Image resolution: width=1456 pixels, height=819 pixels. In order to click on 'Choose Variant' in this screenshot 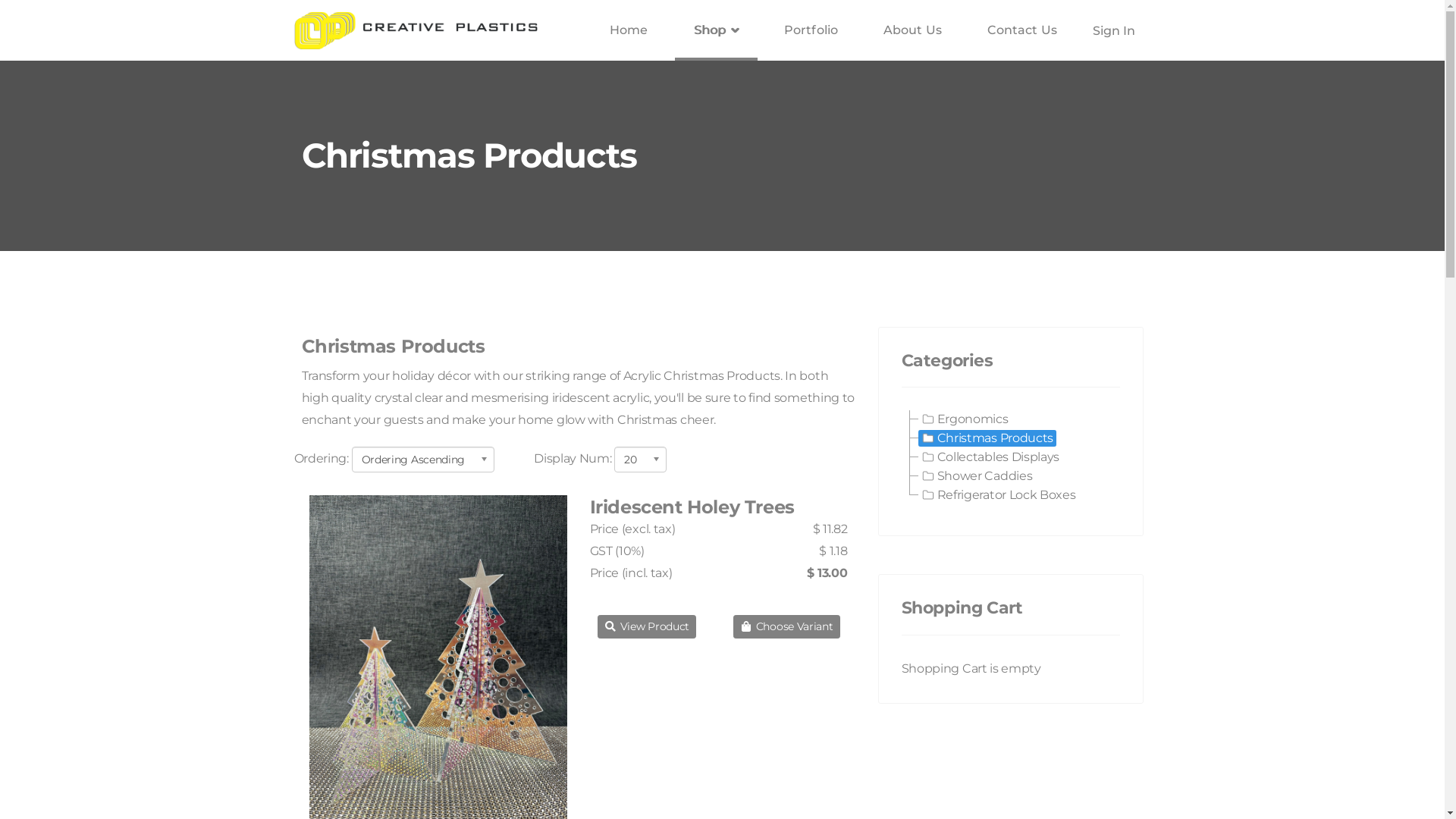, I will do `click(786, 626)`.